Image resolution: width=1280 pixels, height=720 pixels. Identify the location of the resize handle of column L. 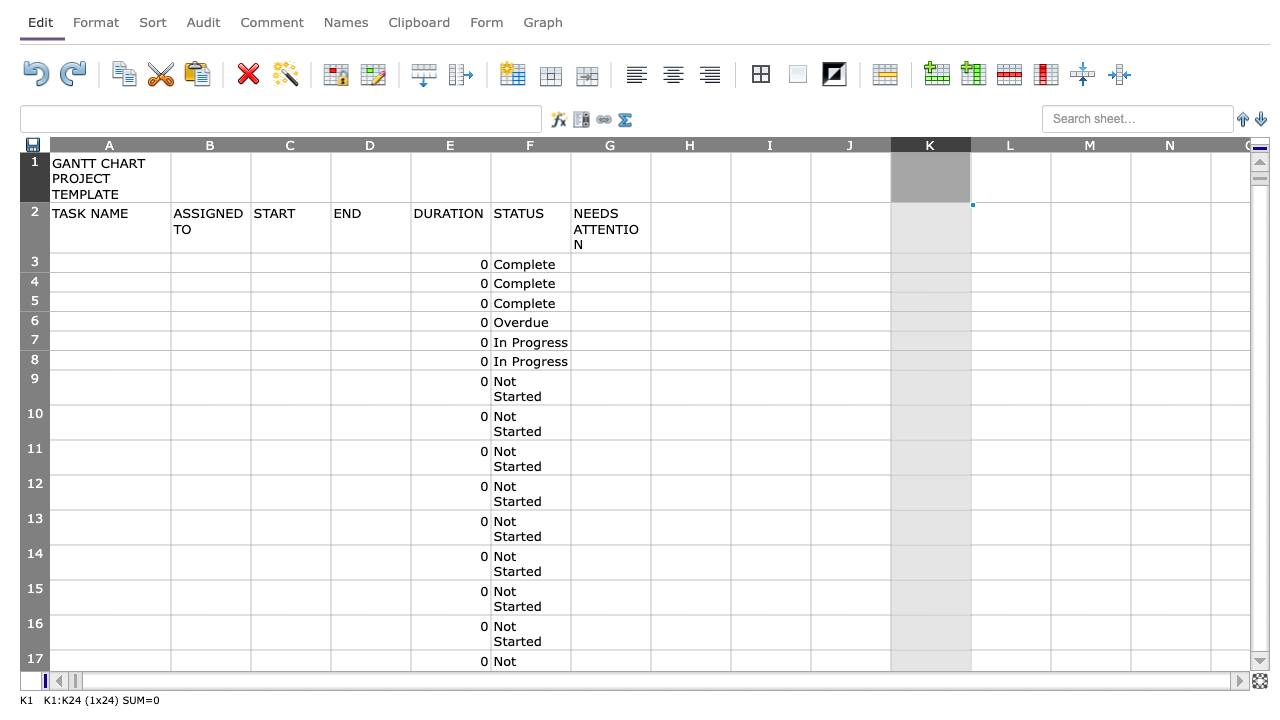
(1050, 143).